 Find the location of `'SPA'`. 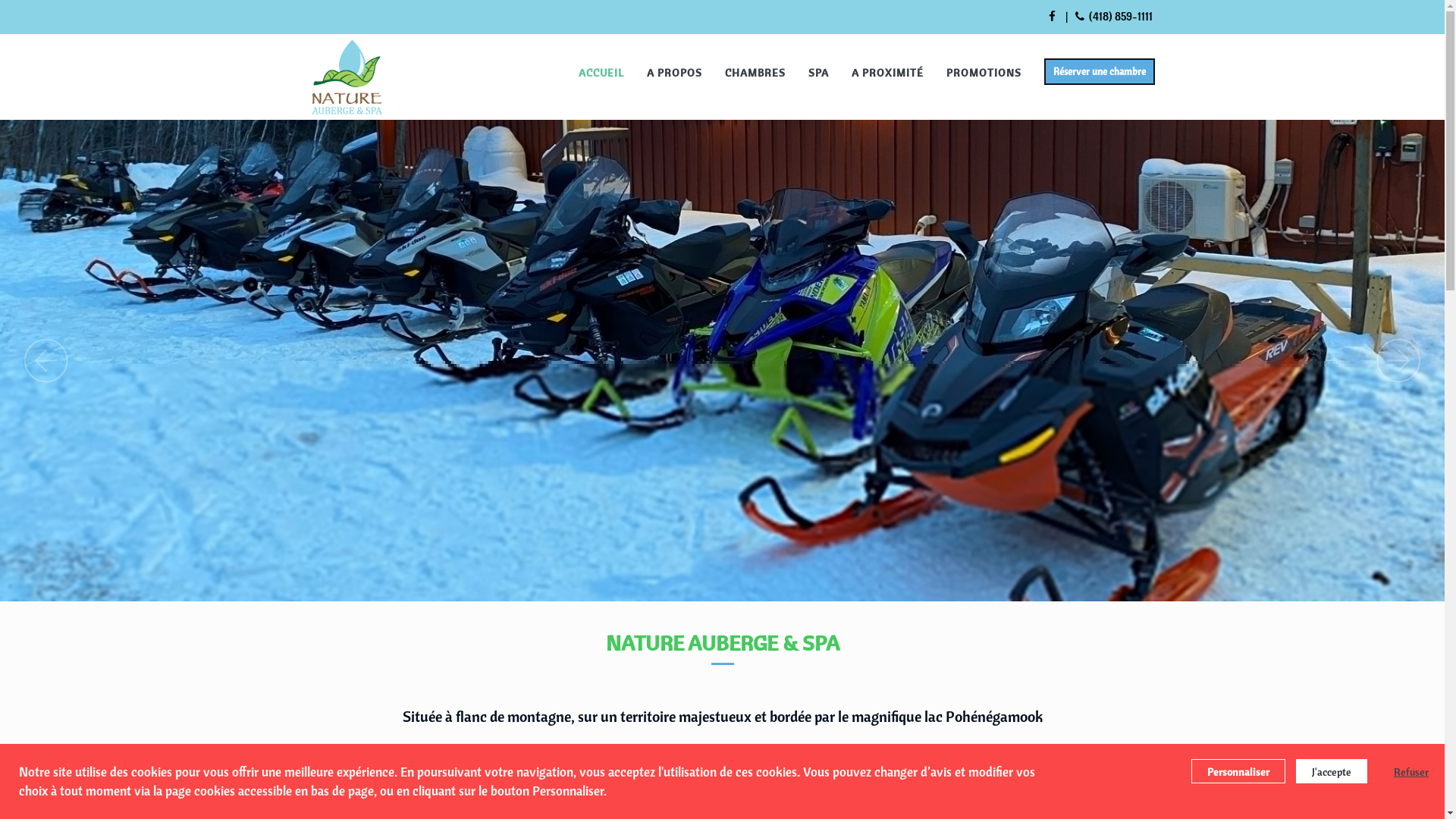

'SPA' is located at coordinates (817, 72).